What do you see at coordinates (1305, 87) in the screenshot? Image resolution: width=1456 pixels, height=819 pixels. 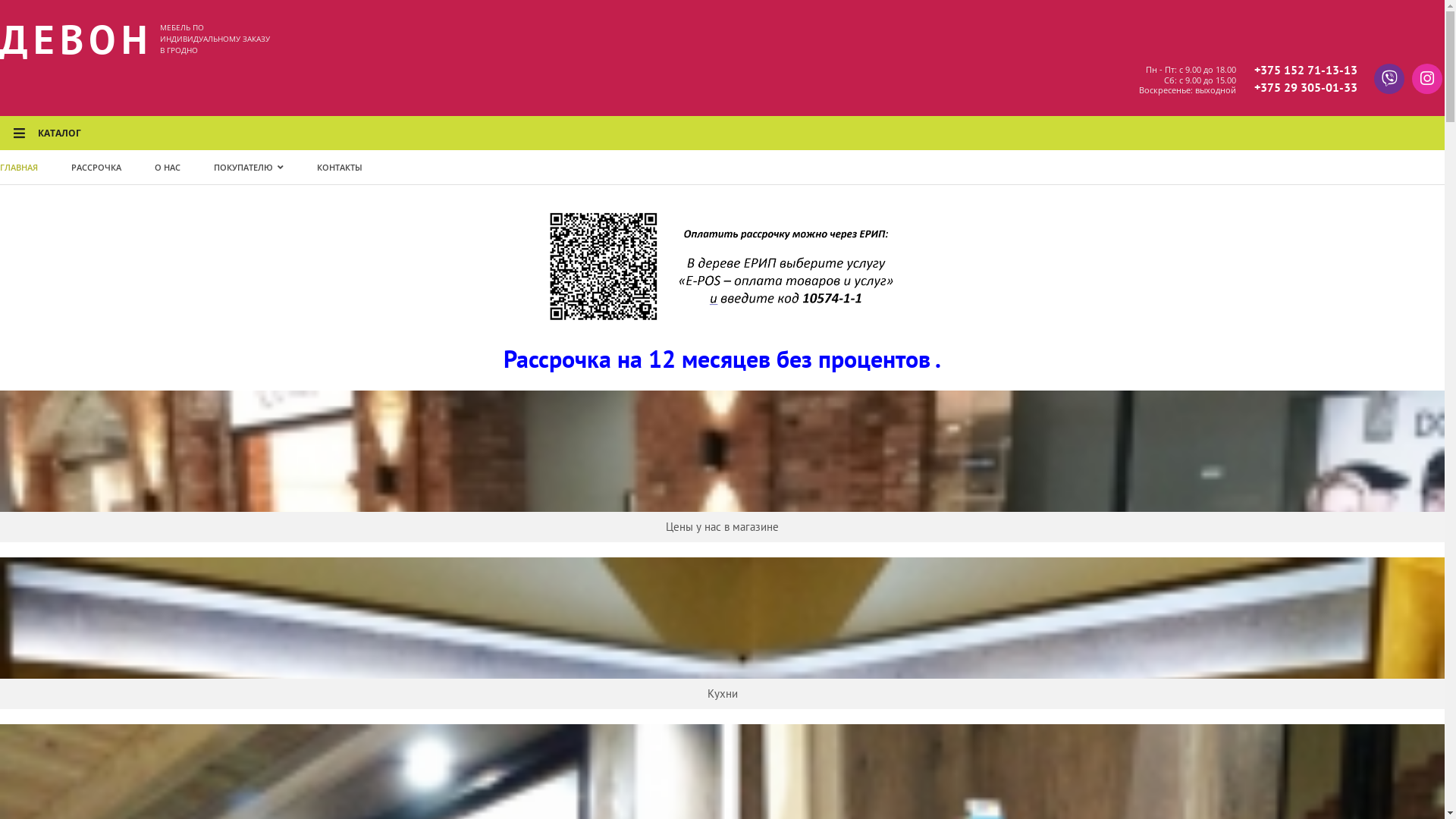 I see `'+375 29 305-01-33'` at bounding box center [1305, 87].